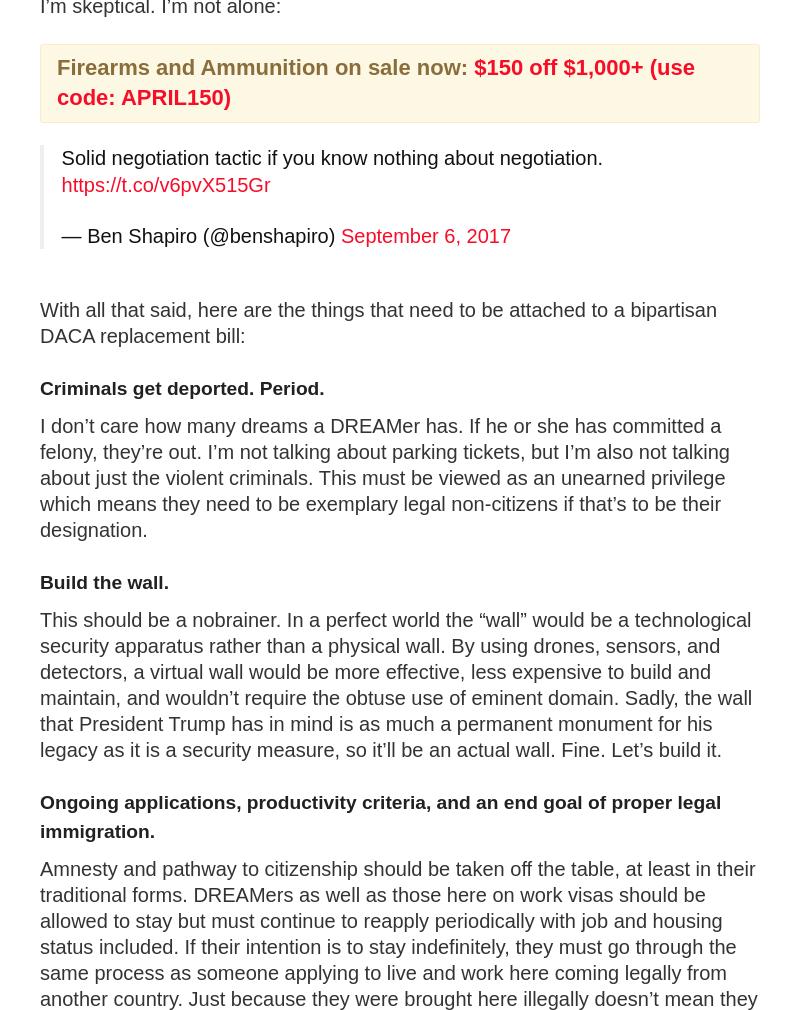 Image resolution: width=800 pixels, height=1010 pixels. I want to click on 'Ongoing applications, productivity criteria, and an end goal of proper legal immigration.', so click(379, 815).